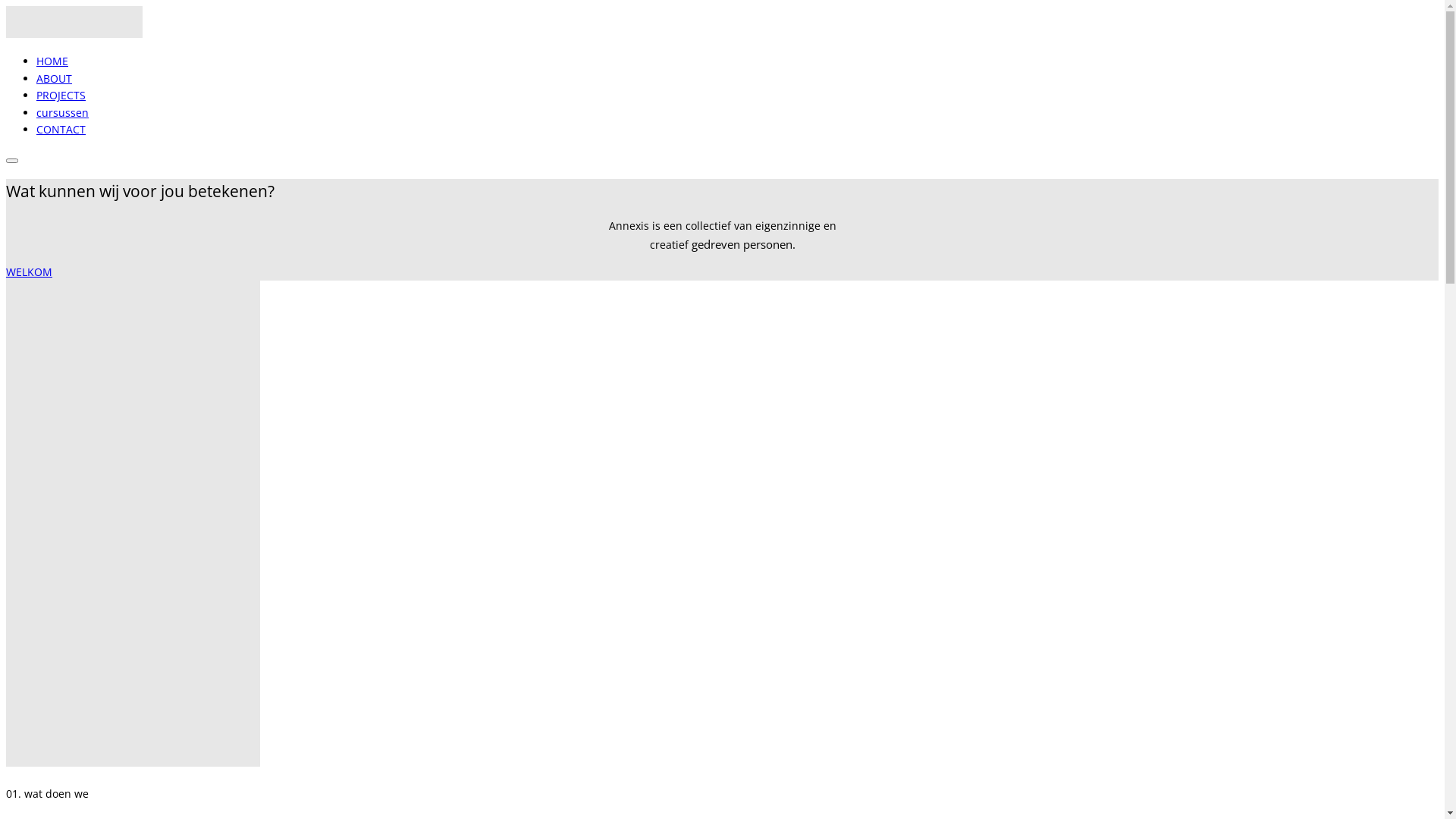 The width and height of the screenshot is (1456, 819). What do you see at coordinates (61, 111) in the screenshot?
I see `'cursussen'` at bounding box center [61, 111].